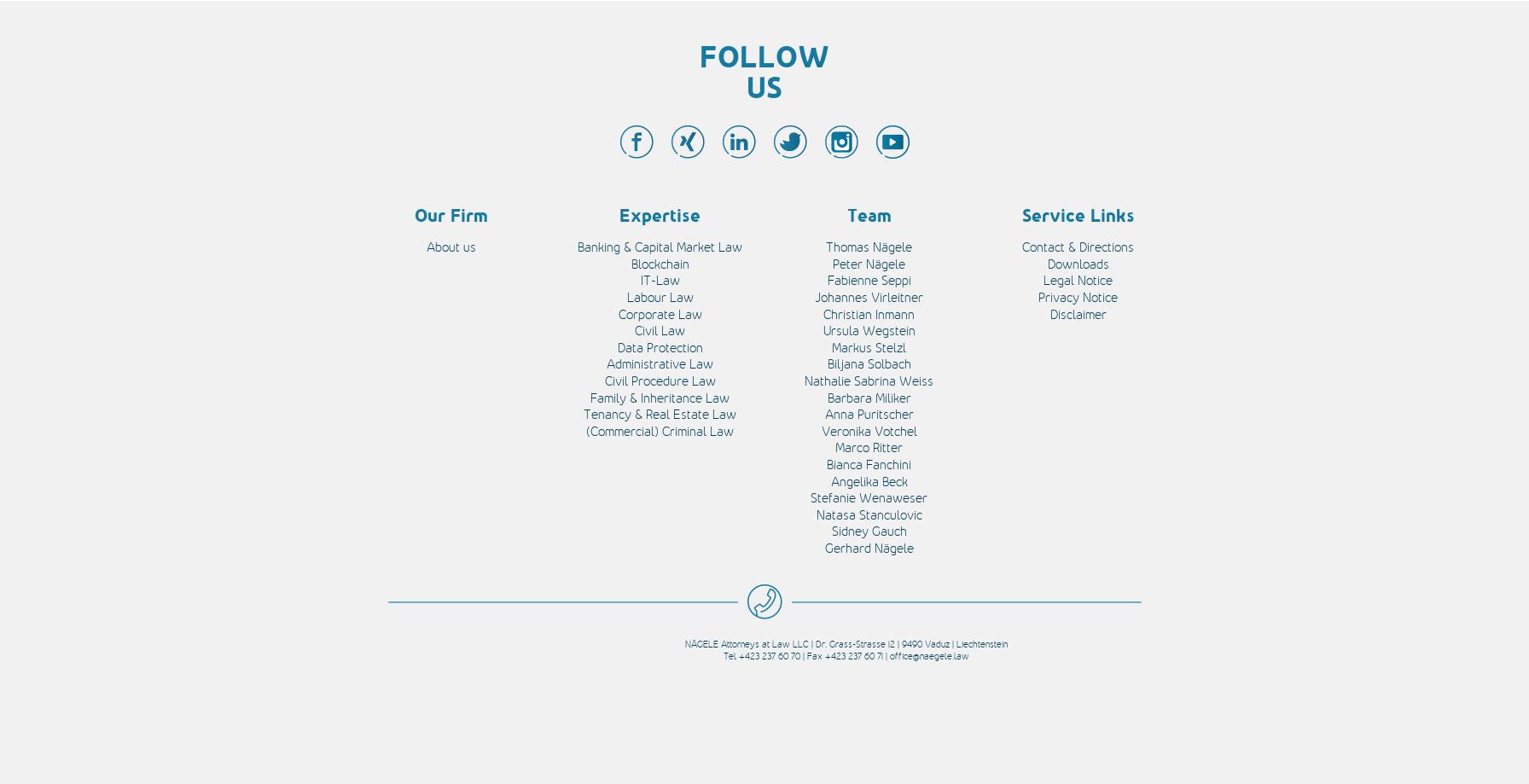 This screenshot has width=1529, height=784. Describe the element at coordinates (210, 134) in the screenshot. I see `'Facebook'` at that location.